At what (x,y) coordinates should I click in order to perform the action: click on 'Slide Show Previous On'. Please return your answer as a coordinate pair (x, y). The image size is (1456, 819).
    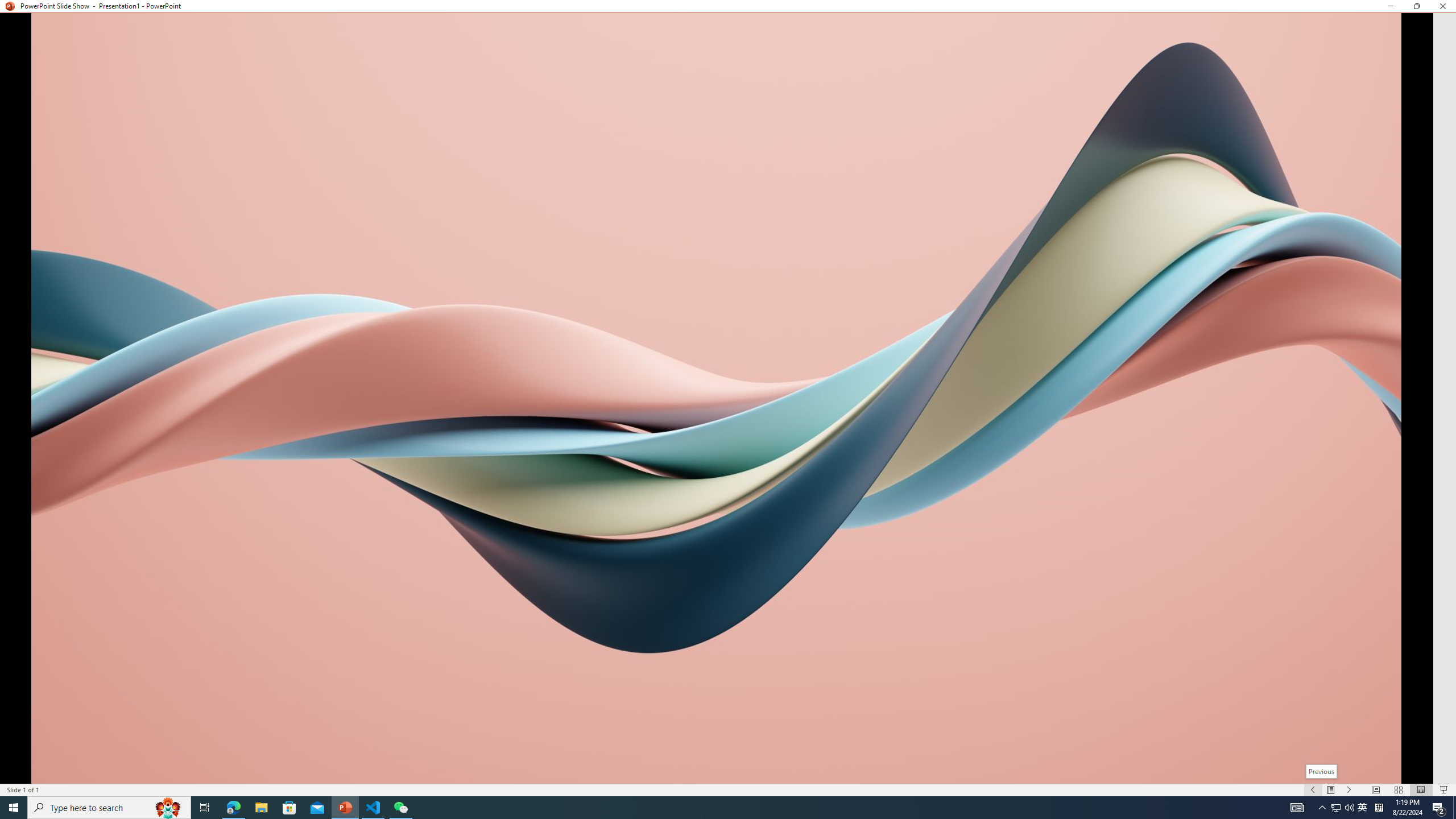
    Looking at the image, I should click on (1313, 790).